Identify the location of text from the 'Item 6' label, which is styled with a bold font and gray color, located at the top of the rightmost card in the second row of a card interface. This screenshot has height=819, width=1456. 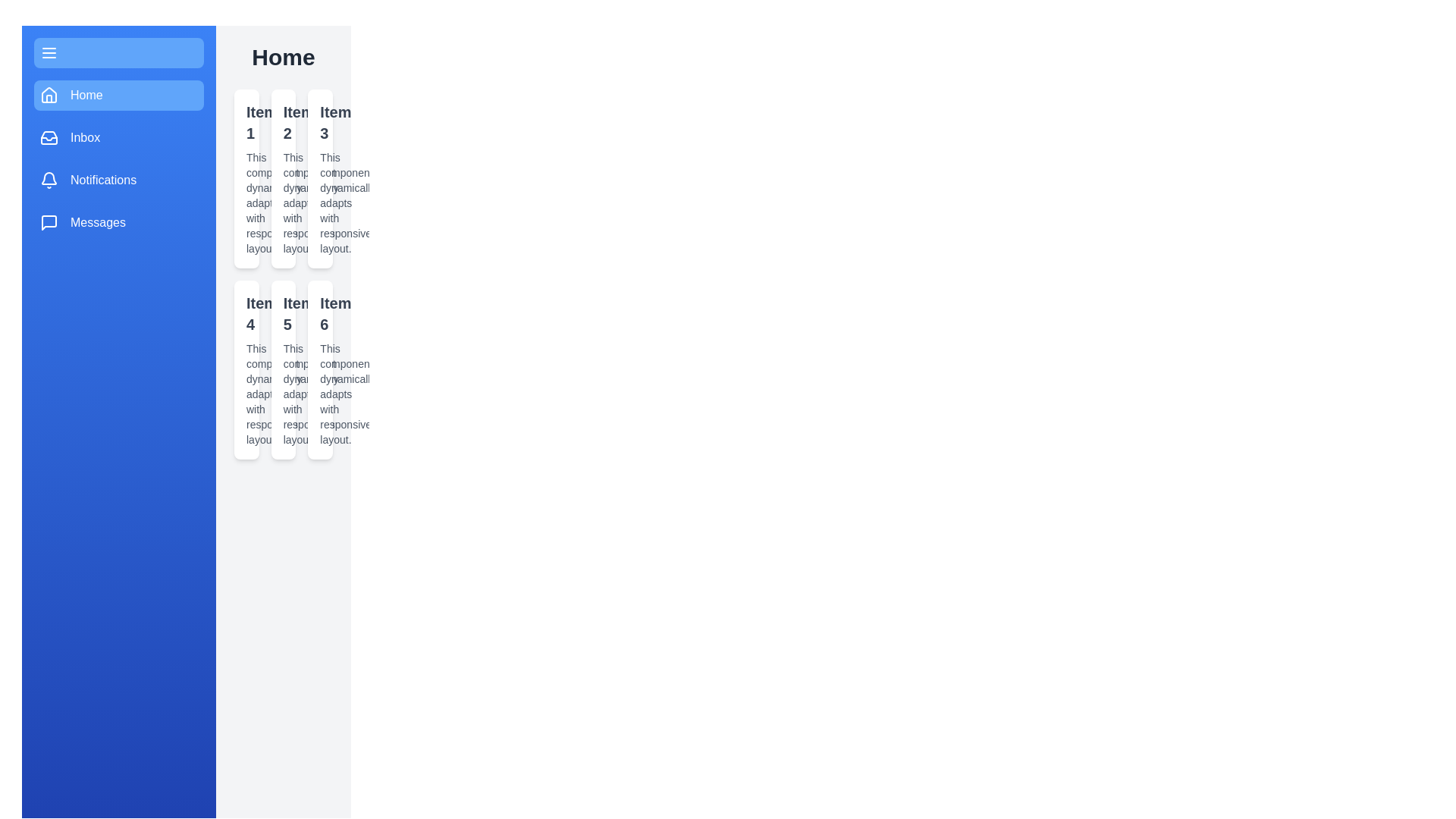
(319, 312).